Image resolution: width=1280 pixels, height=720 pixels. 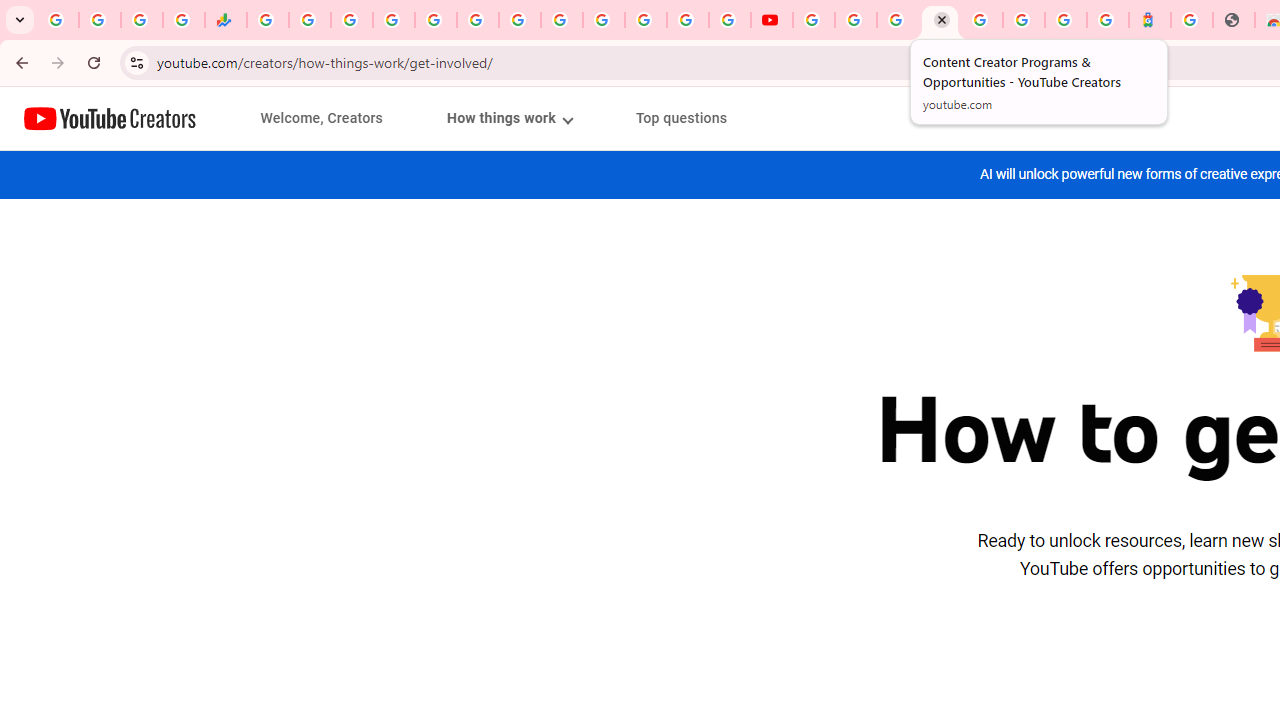 What do you see at coordinates (681, 118) in the screenshot?
I see `'Top questions'` at bounding box center [681, 118].